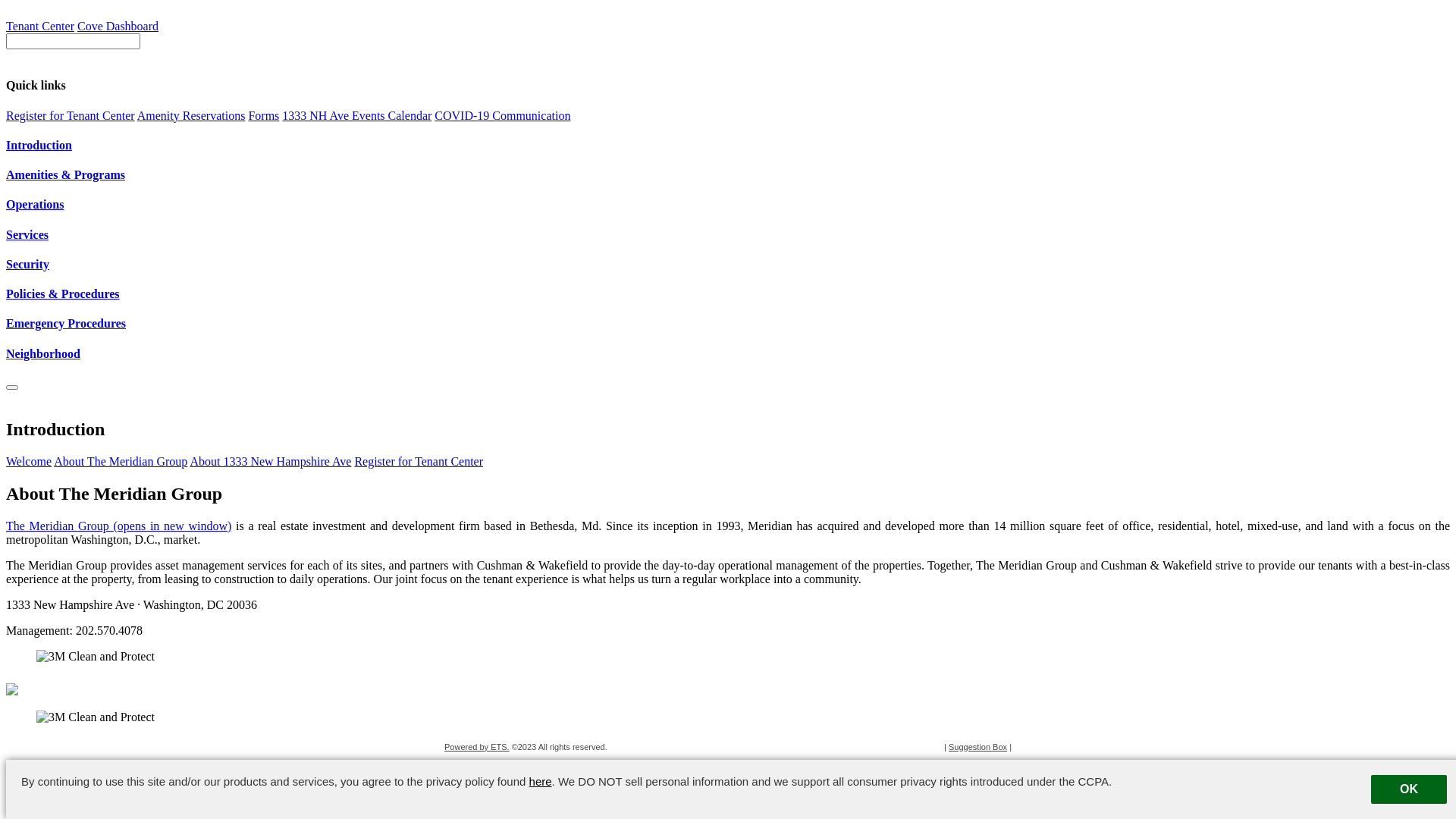  Describe the element at coordinates (29, 460) in the screenshot. I see `'Welcome'` at that location.